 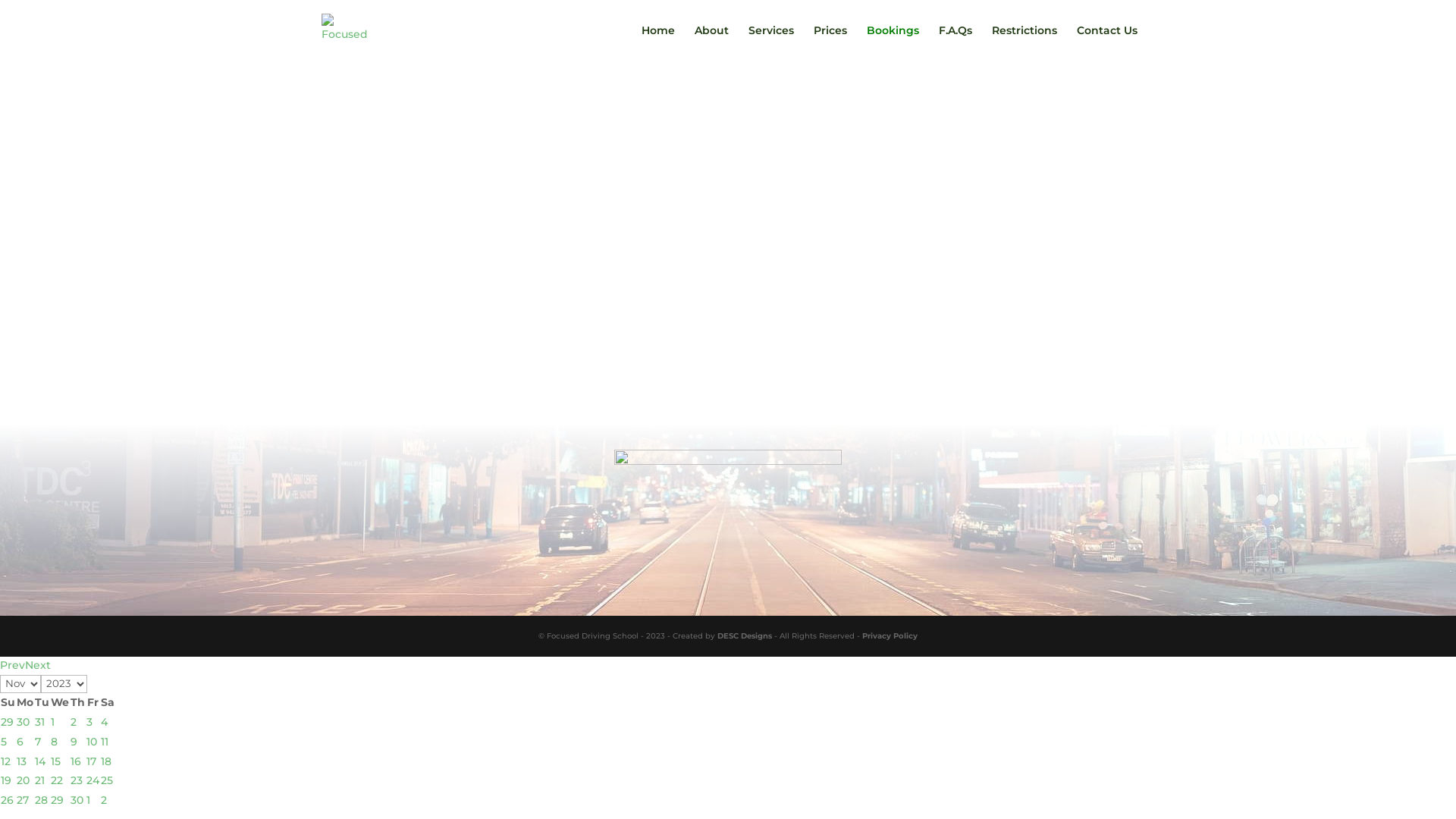 What do you see at coordinates (75, 761) in the screenshot?
I see `'16'` at bounding box center [75, 761].